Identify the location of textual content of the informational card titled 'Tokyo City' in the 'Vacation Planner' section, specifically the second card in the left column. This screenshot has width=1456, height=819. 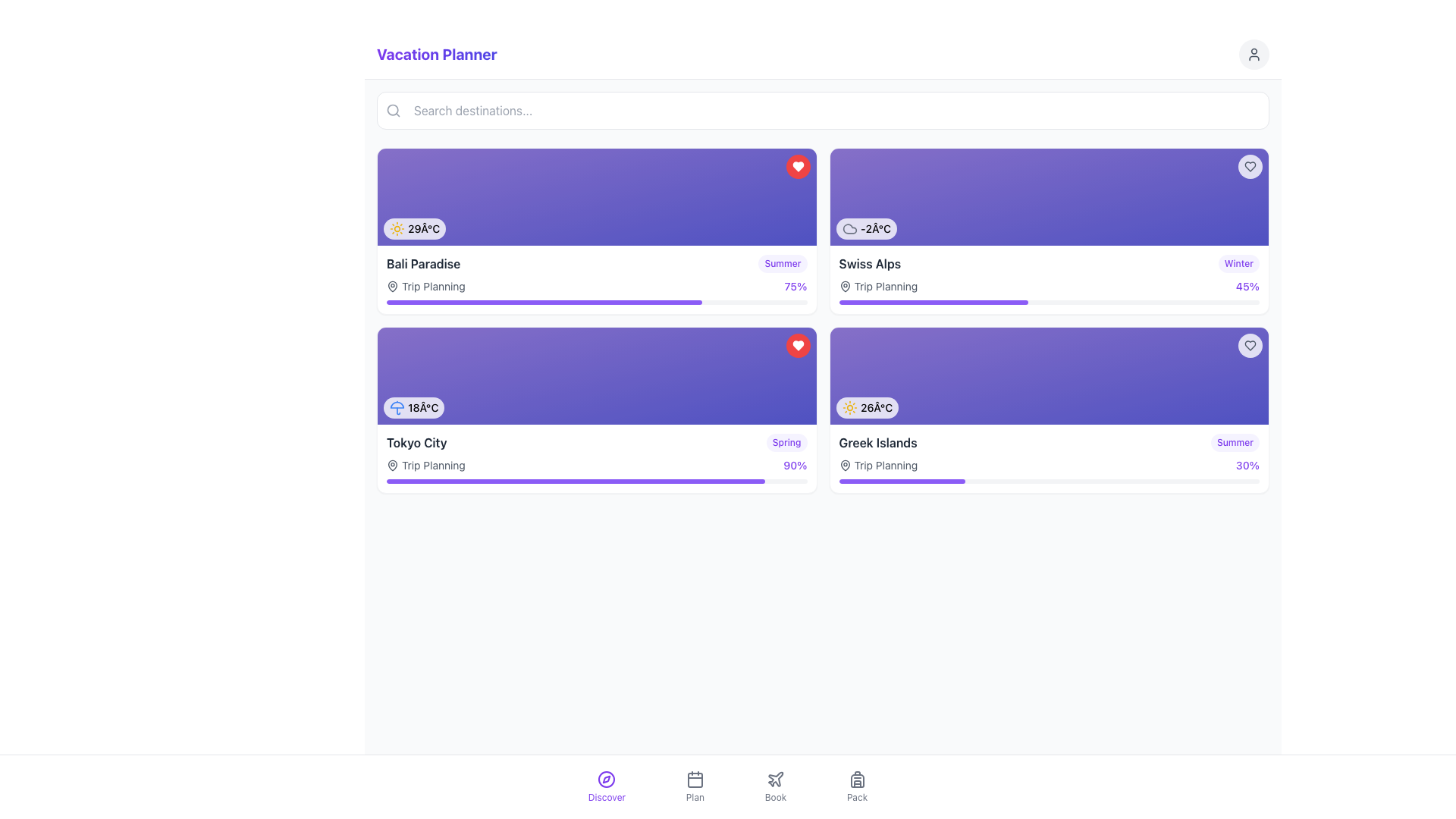
(596, 458).